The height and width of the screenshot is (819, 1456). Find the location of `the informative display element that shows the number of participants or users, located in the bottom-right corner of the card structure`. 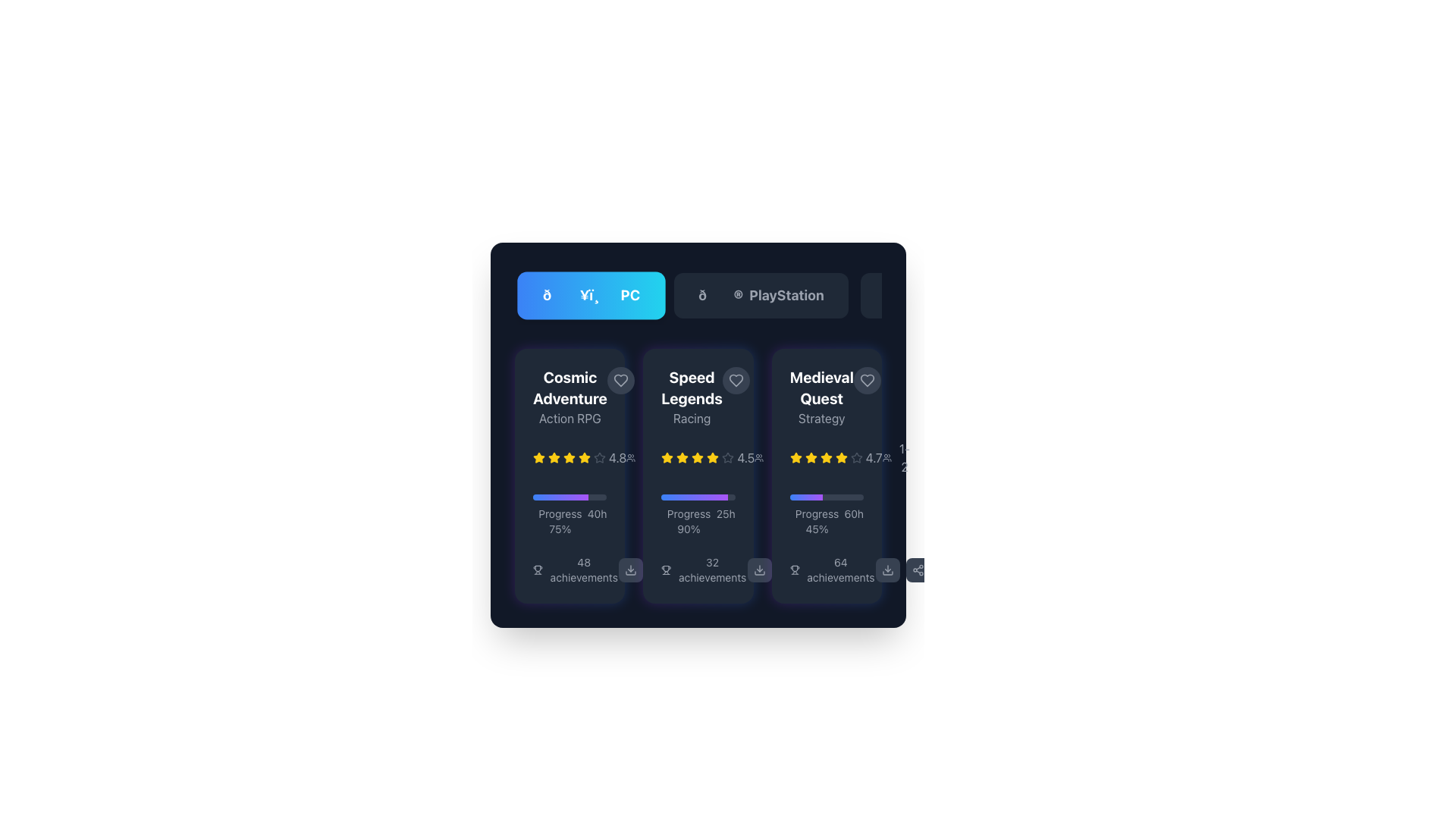

the informative display element that shows the number of participants or users, located in the bottom-right corner of the card structure is located at coordinates (769, 457).